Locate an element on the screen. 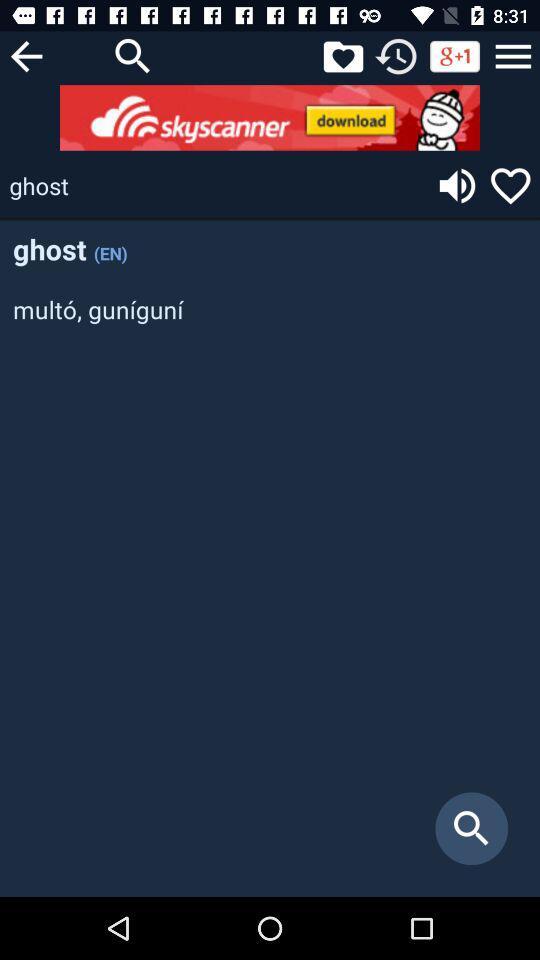  the search icon is located at coordinates (133, 55).